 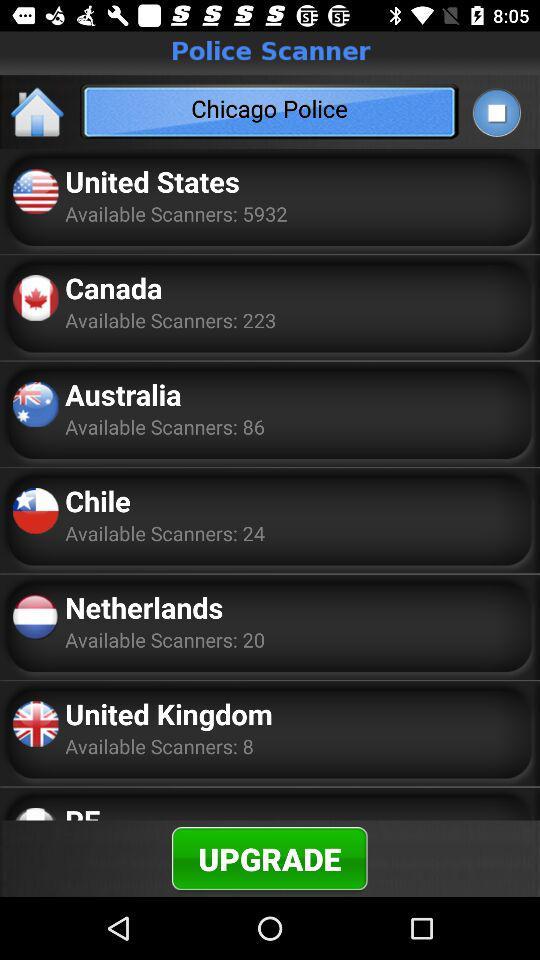 What do you see at coordinates (143, 606) in the screenshot?
I see `the app above the available scanners: 20 icon` at bounding box center [143, 606].